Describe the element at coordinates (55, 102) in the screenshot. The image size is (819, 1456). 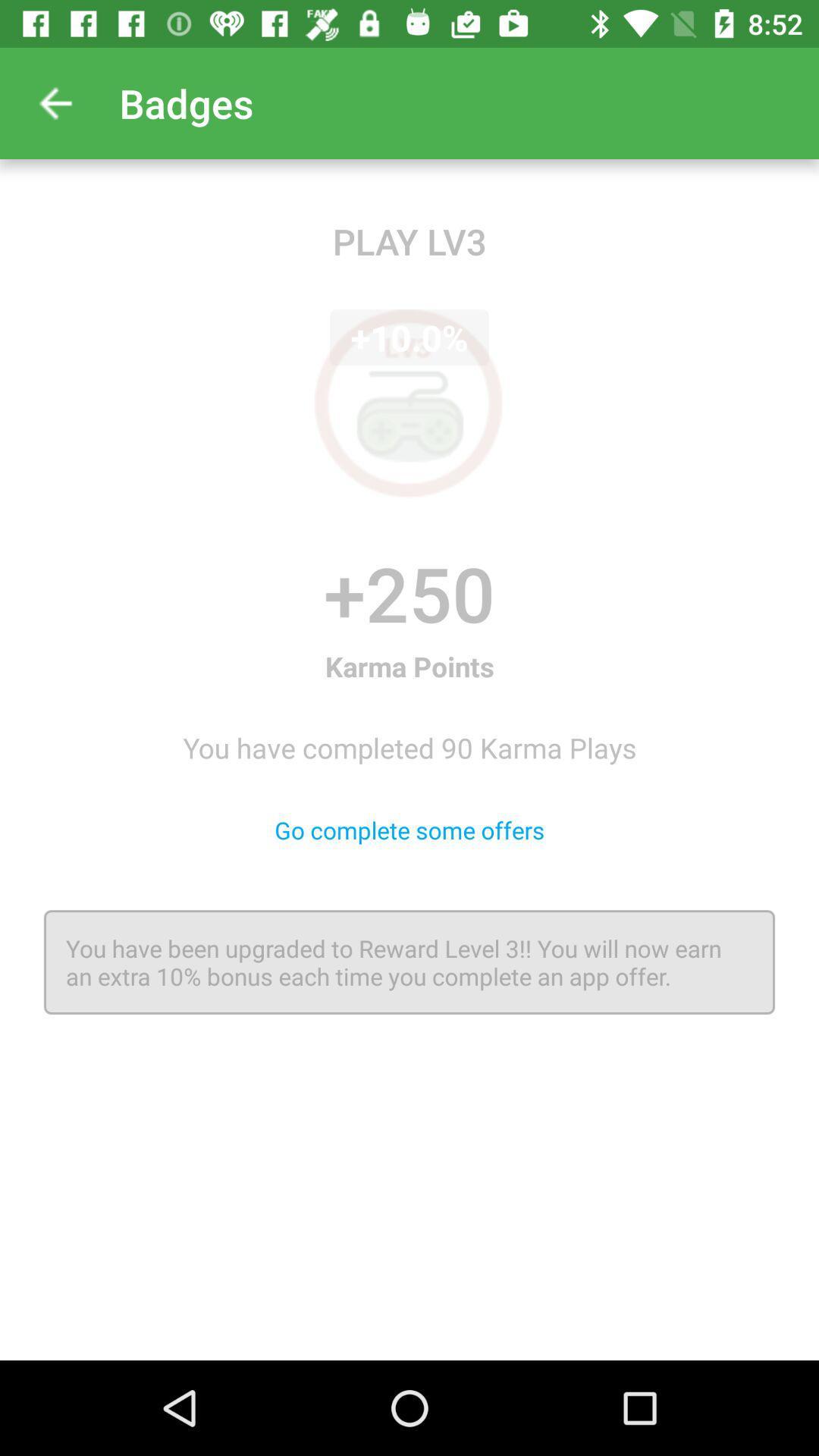
I see `the app next to badges` at that location.